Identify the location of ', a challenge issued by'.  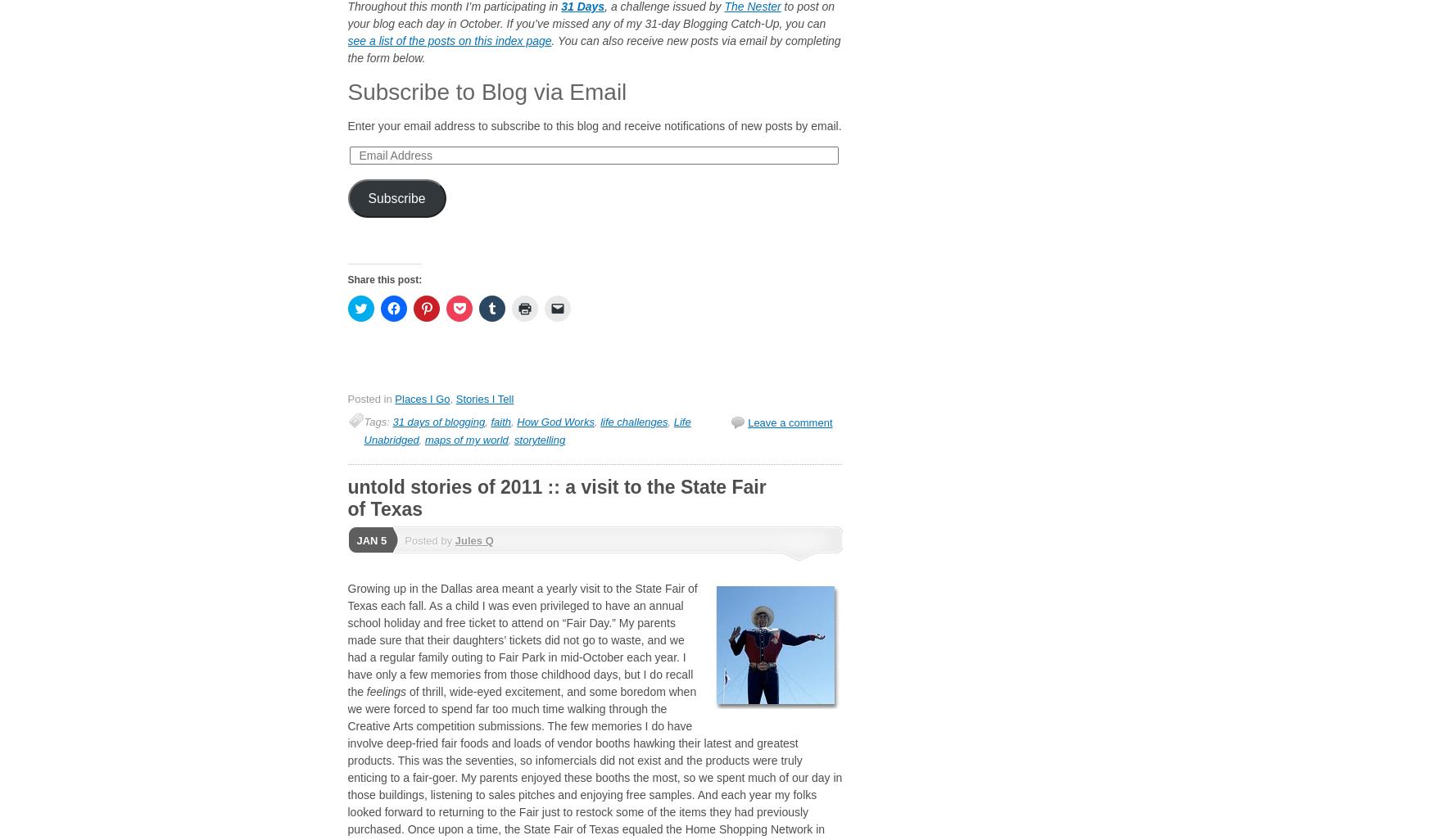
(663, 7).